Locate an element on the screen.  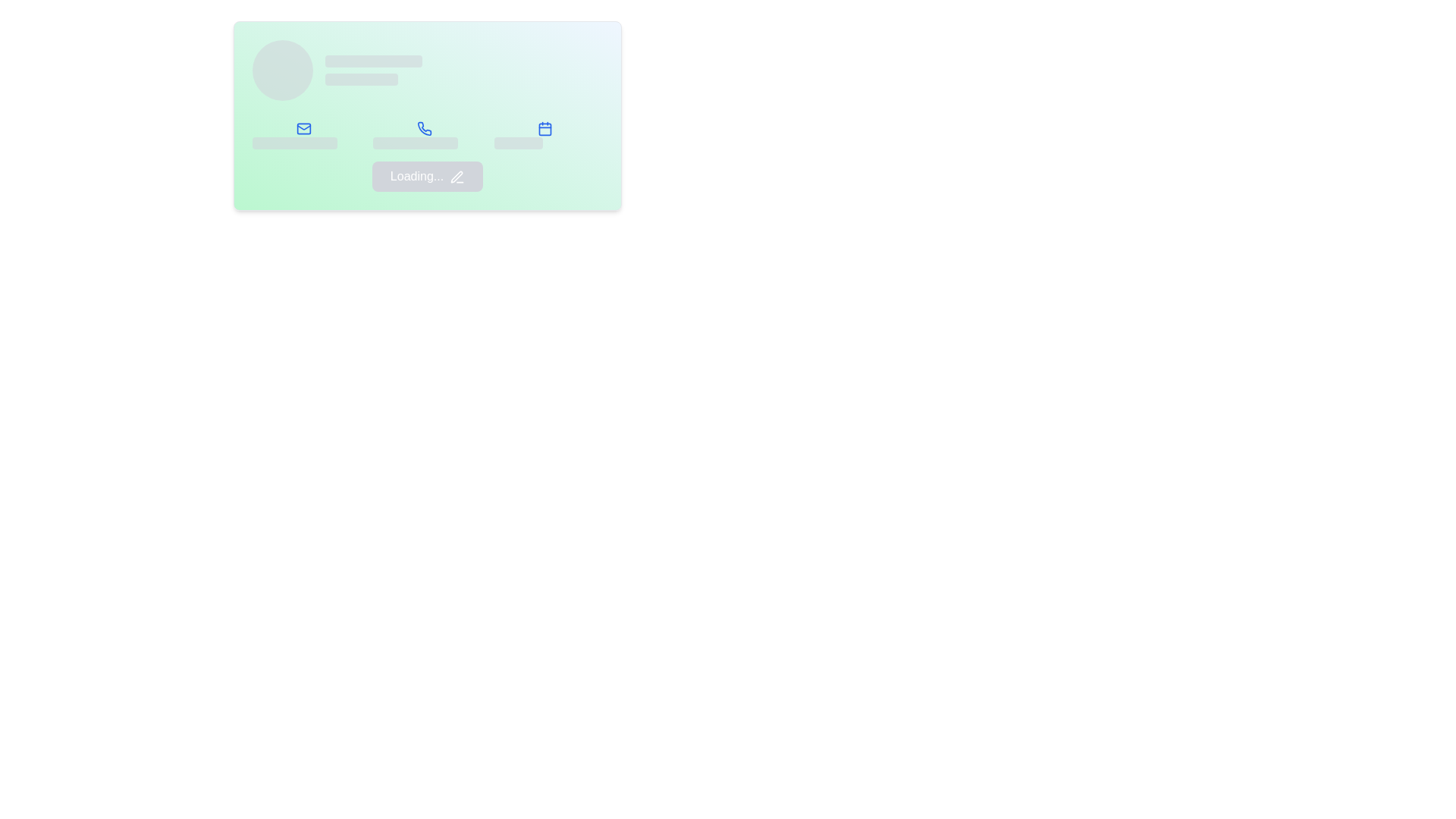
the blue envelope icon element located is located at coordinates (306, 133).